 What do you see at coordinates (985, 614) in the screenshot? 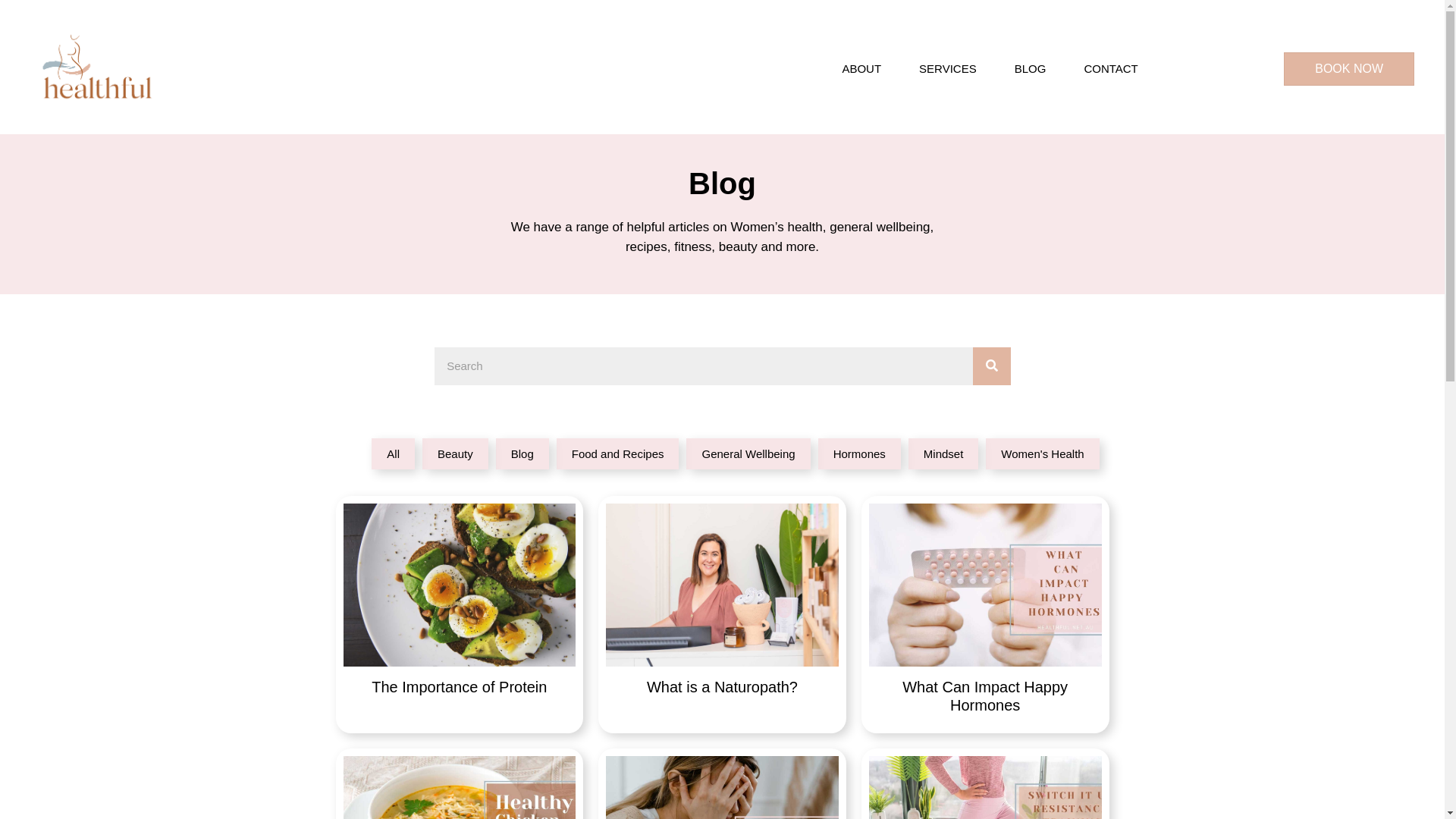
I see `'What Can Impact Happy Hormones'` at bounding box center [985, 614].